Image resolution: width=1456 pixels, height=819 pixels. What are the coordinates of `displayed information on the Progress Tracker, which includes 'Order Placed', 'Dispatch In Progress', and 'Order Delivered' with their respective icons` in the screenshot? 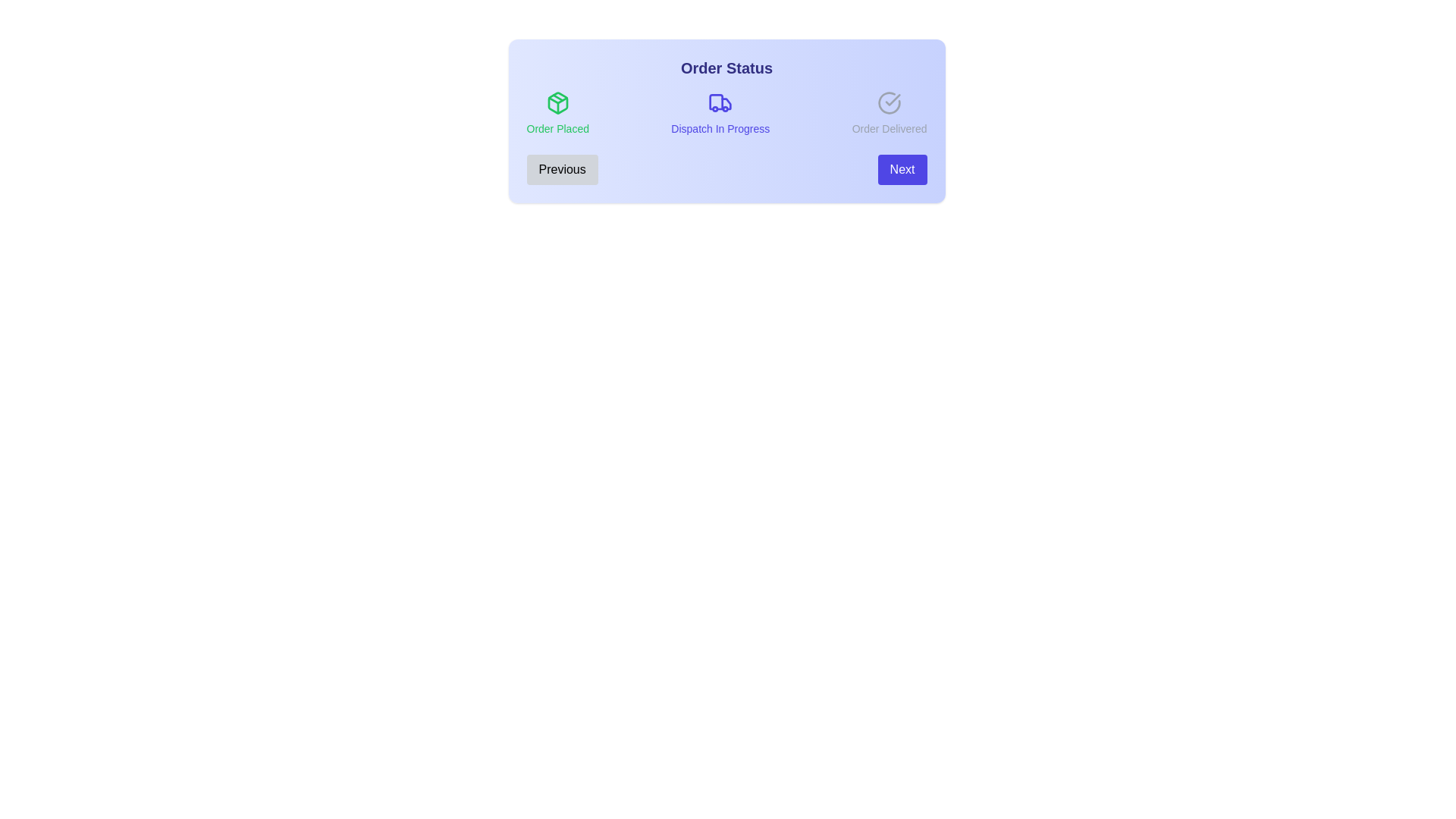 It's located at (726, 120).